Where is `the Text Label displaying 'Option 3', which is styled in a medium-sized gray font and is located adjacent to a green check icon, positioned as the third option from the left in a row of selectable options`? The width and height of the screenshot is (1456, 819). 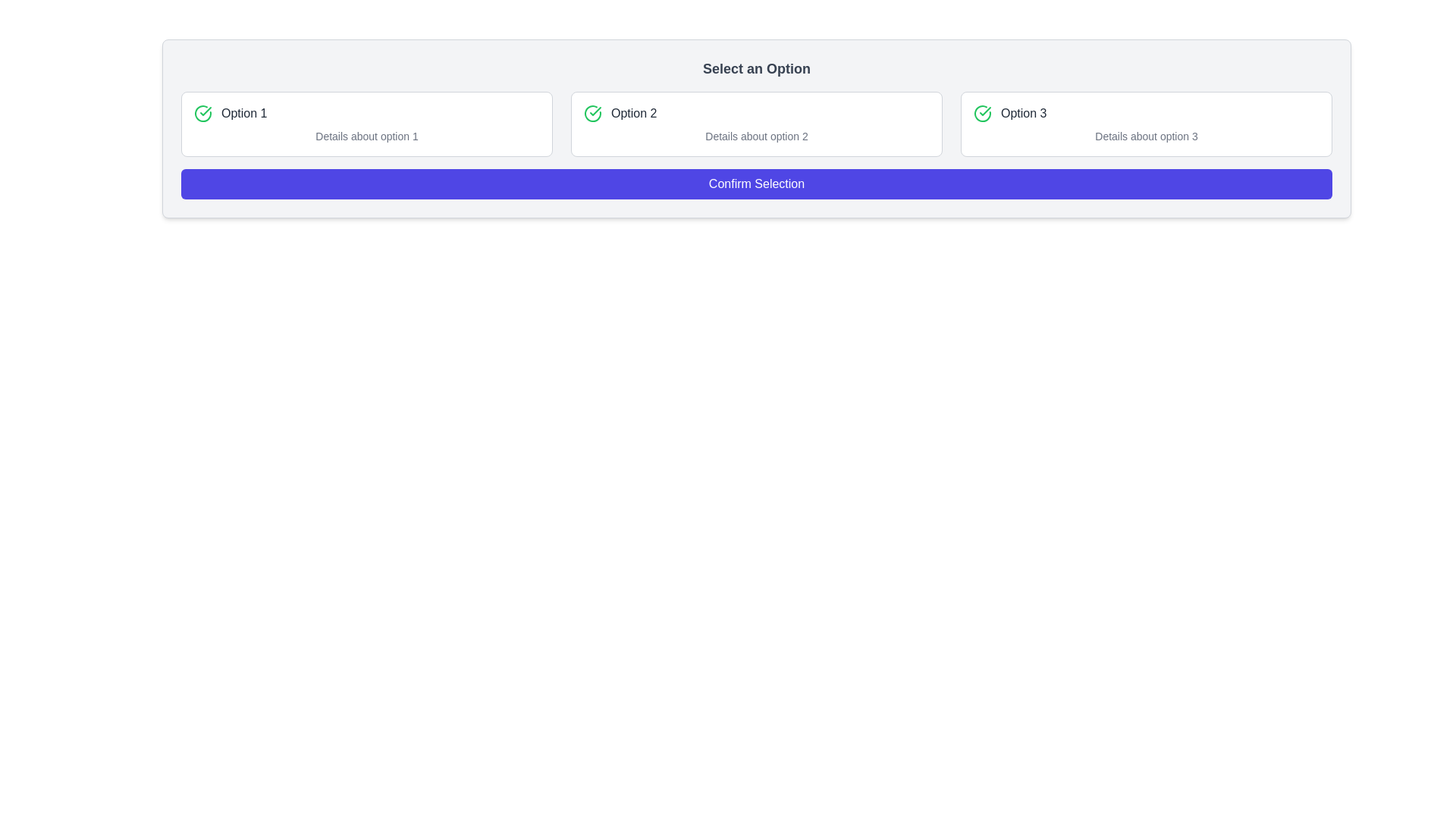 the Text Label displaying 'Option 3', which is styled in a medium-sized gray font and is located adjacent to a green check icon, positioned as the third option from the left in a row of selectable options is located at coordinates (1024, 113).